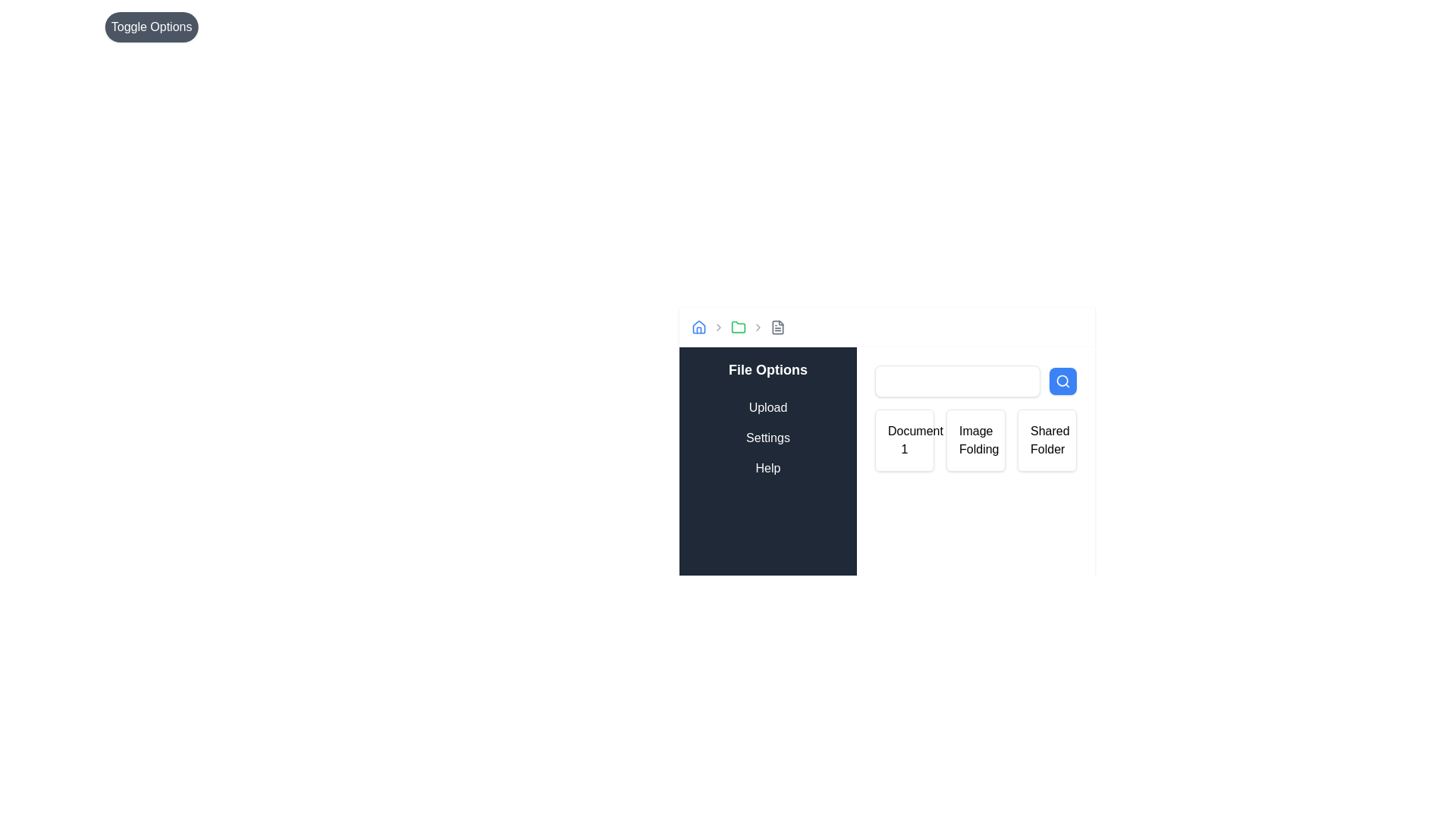  Describe the element at coordinates (778, 327) in the screenshot. I see `the first icon in the top bar area that resembles a simplified folder or document, which is part of the file management icon set` at that location.